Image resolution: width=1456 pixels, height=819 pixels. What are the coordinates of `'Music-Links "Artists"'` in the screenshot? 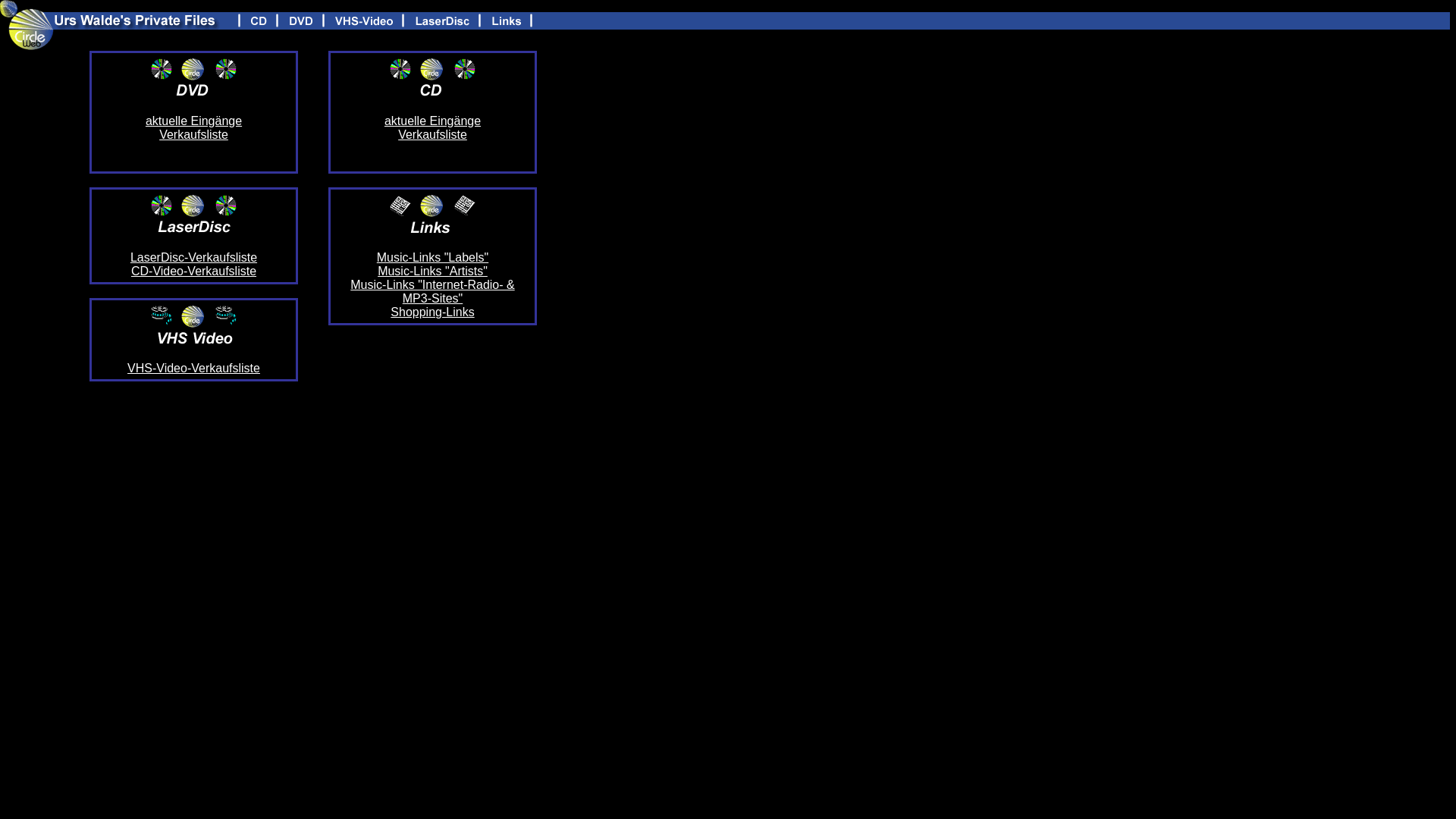 It's located at (431, 270).